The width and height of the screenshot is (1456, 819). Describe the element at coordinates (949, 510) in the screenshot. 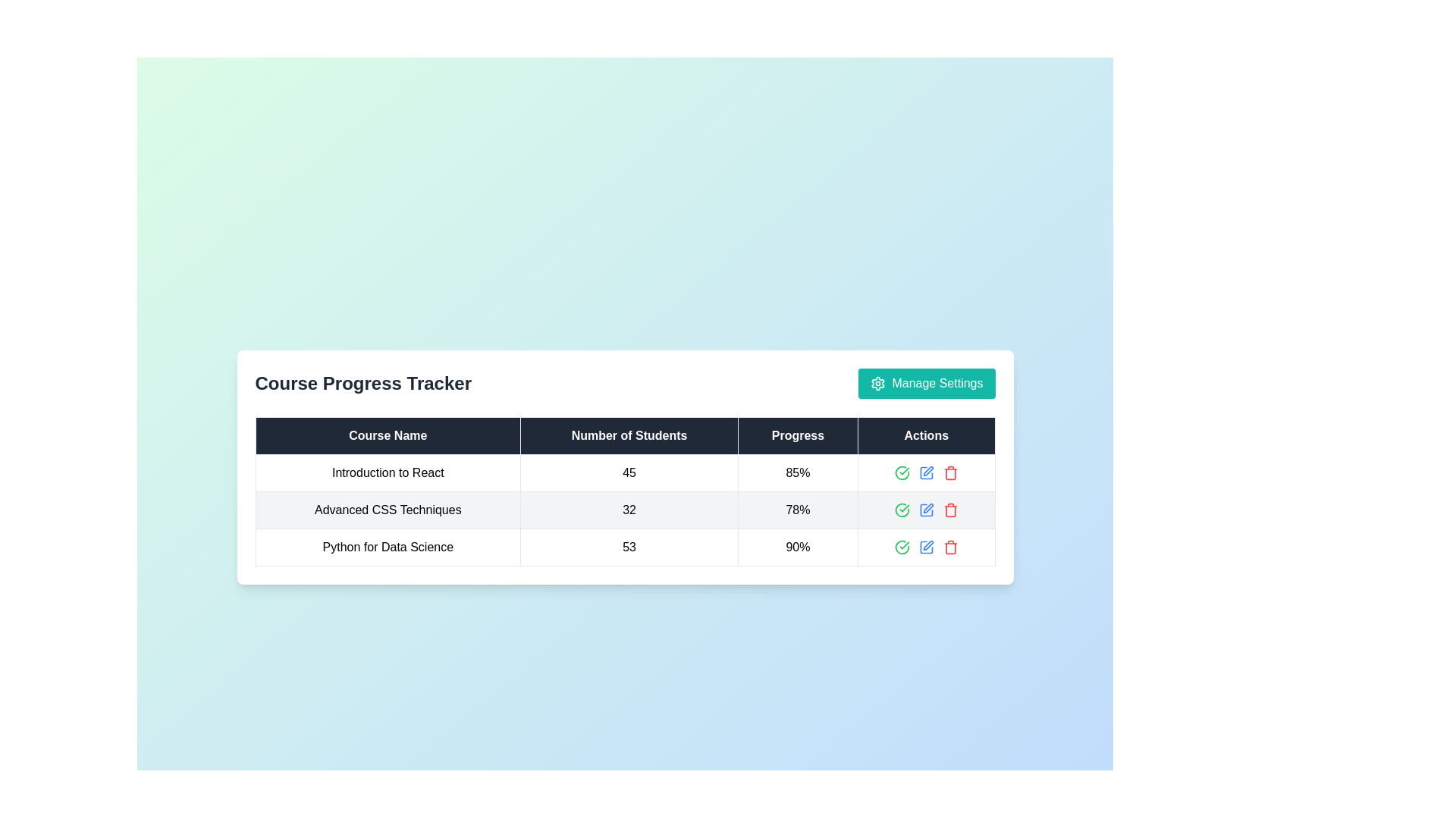

I see `the delete button located in the action buttons of the second row of the table` at that location.